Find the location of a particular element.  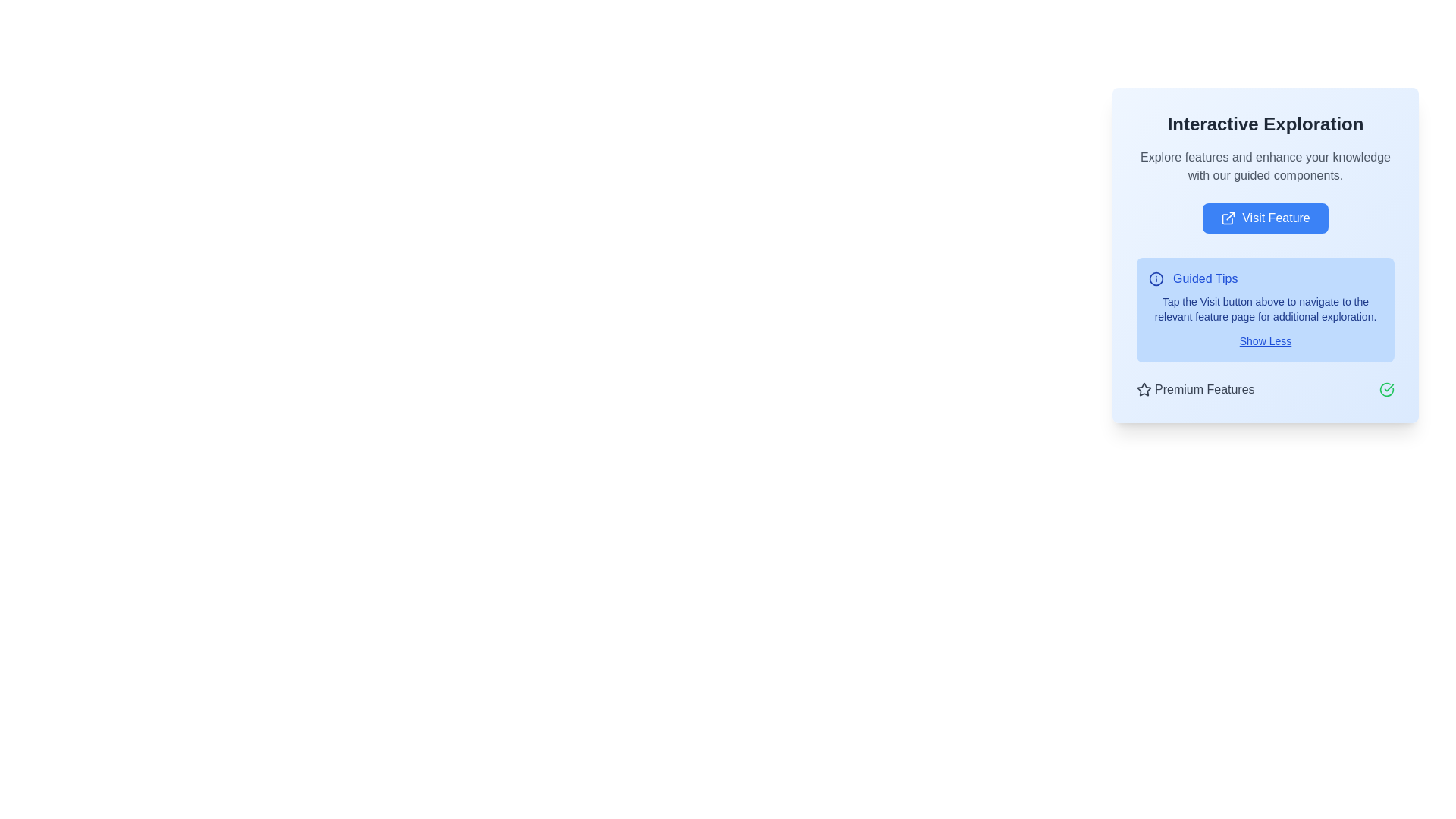

the text label indicating 'Premium Features', which is positioned to the right of a star icon in a light-blue panel is located at coordinates (1203, 388).